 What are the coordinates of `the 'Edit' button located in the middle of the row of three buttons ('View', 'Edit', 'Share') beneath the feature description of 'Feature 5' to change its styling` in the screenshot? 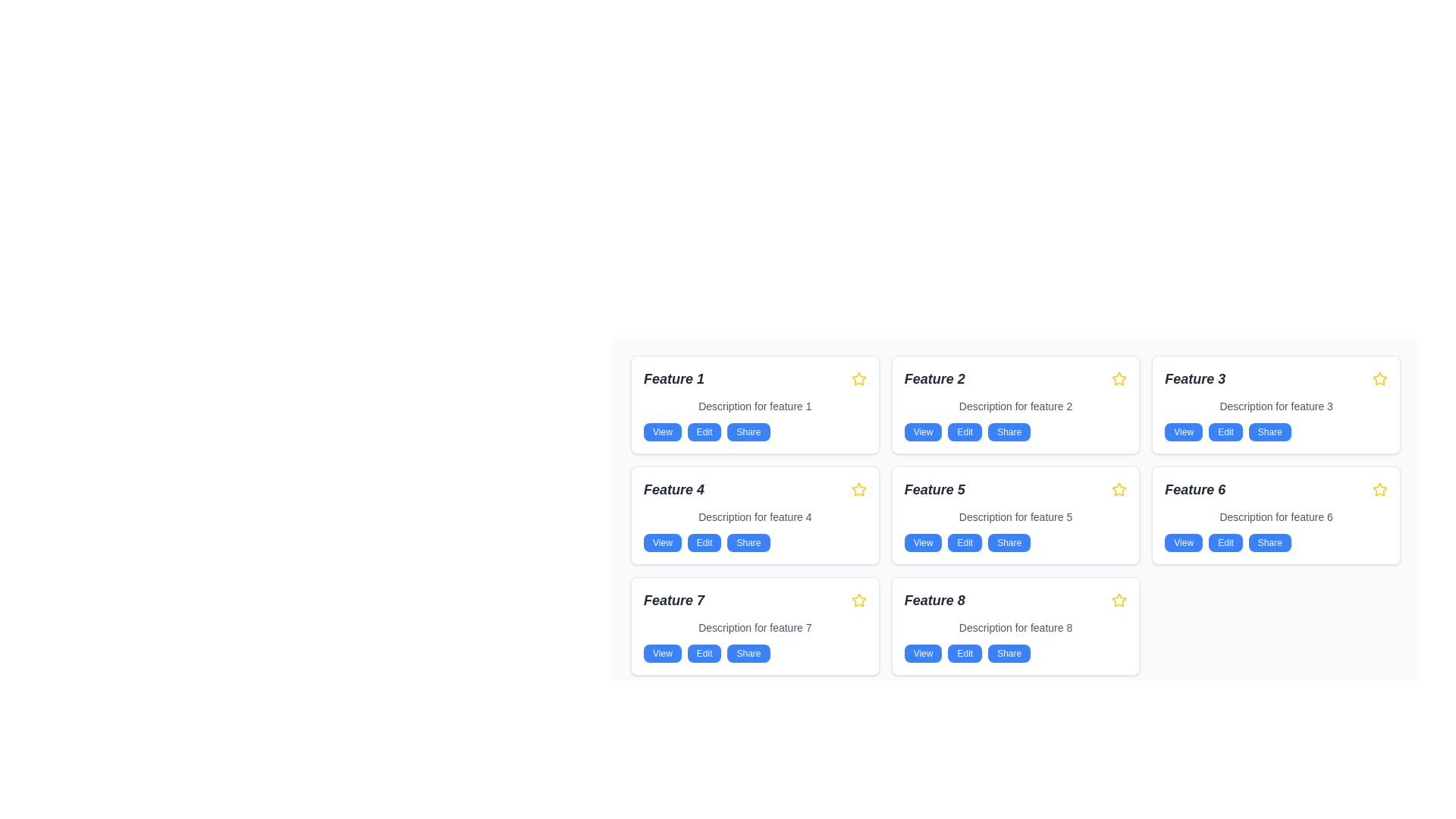 It's located at (964, 542).